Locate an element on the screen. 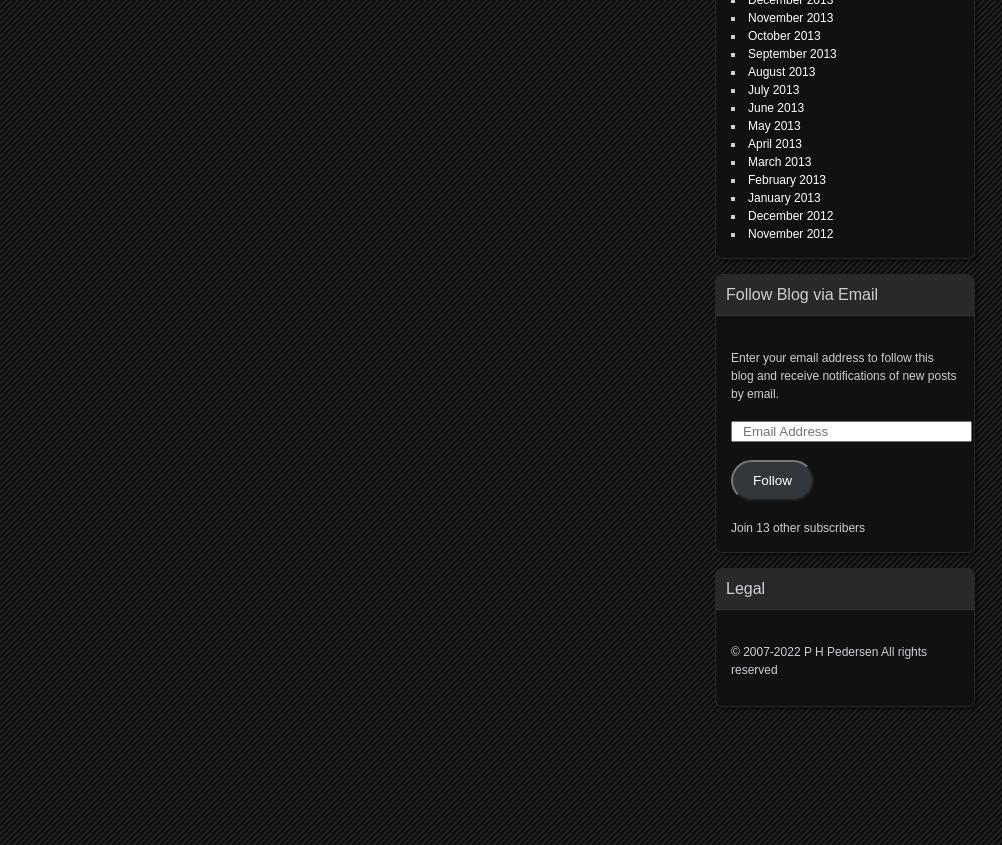 This screenshot has width=1002, height=845. 'Enter your email address to follow this blog and receive notifications of new posts by email.' is located at coordinates (730, 375).